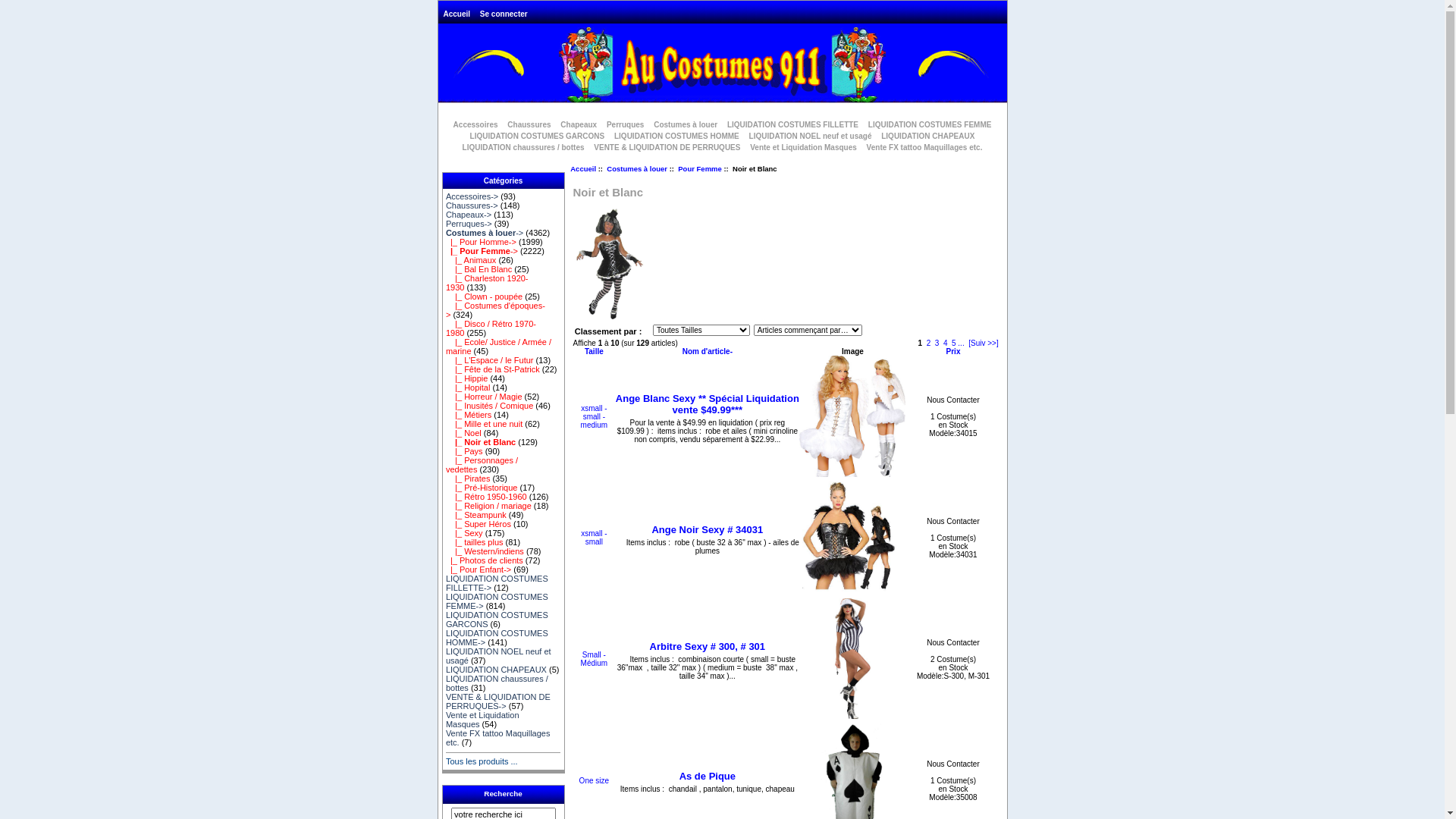 This screenshot has height=819, width=1456. What do you see at coordinates (538, 135) in the screenshot?
I see `'LIQUIDATION COSTUMES GARCONS'` at bounding box center [538, 135].